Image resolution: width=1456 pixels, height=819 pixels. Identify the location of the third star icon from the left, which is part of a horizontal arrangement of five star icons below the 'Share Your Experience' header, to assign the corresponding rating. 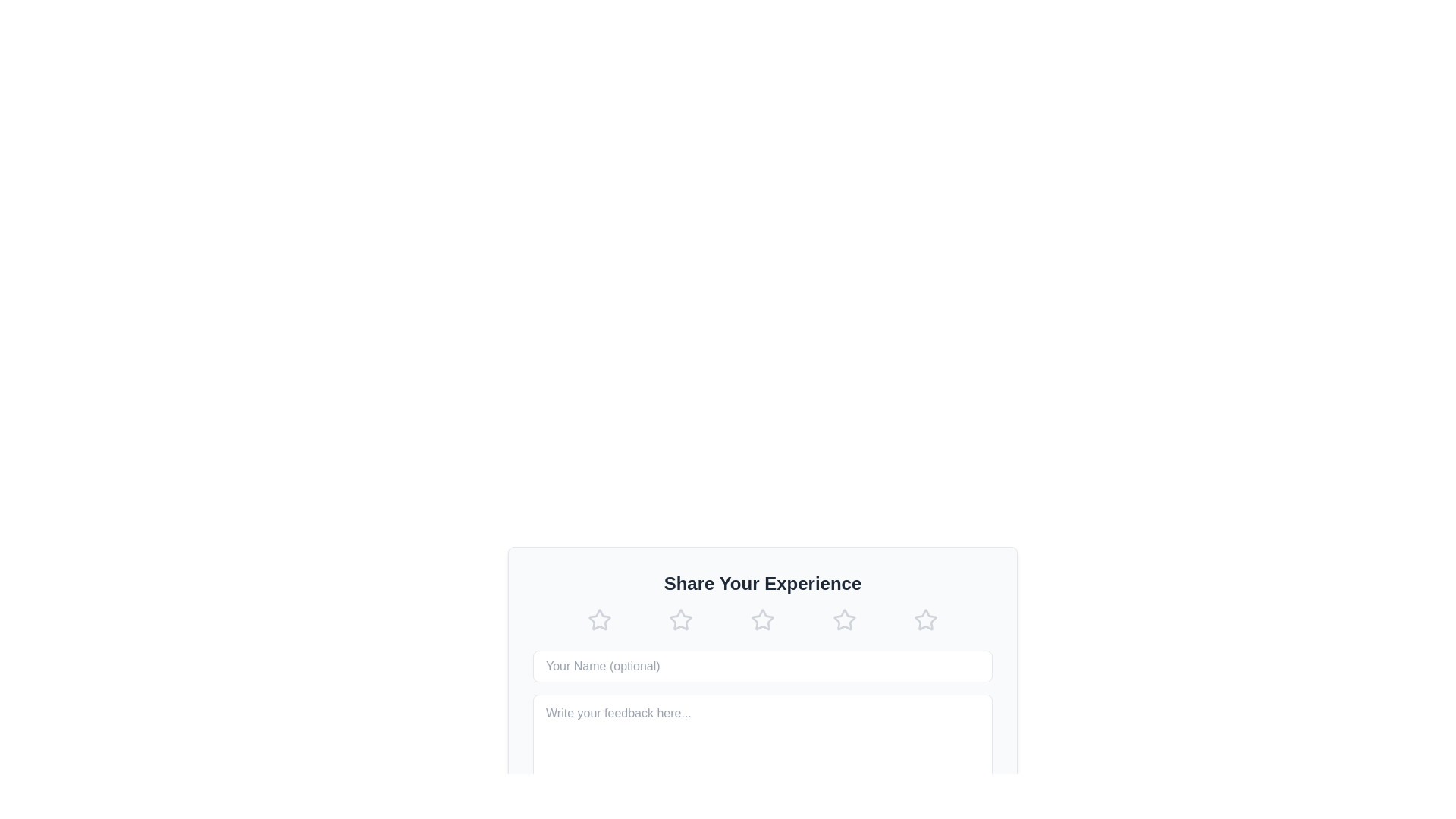
(762, 620).